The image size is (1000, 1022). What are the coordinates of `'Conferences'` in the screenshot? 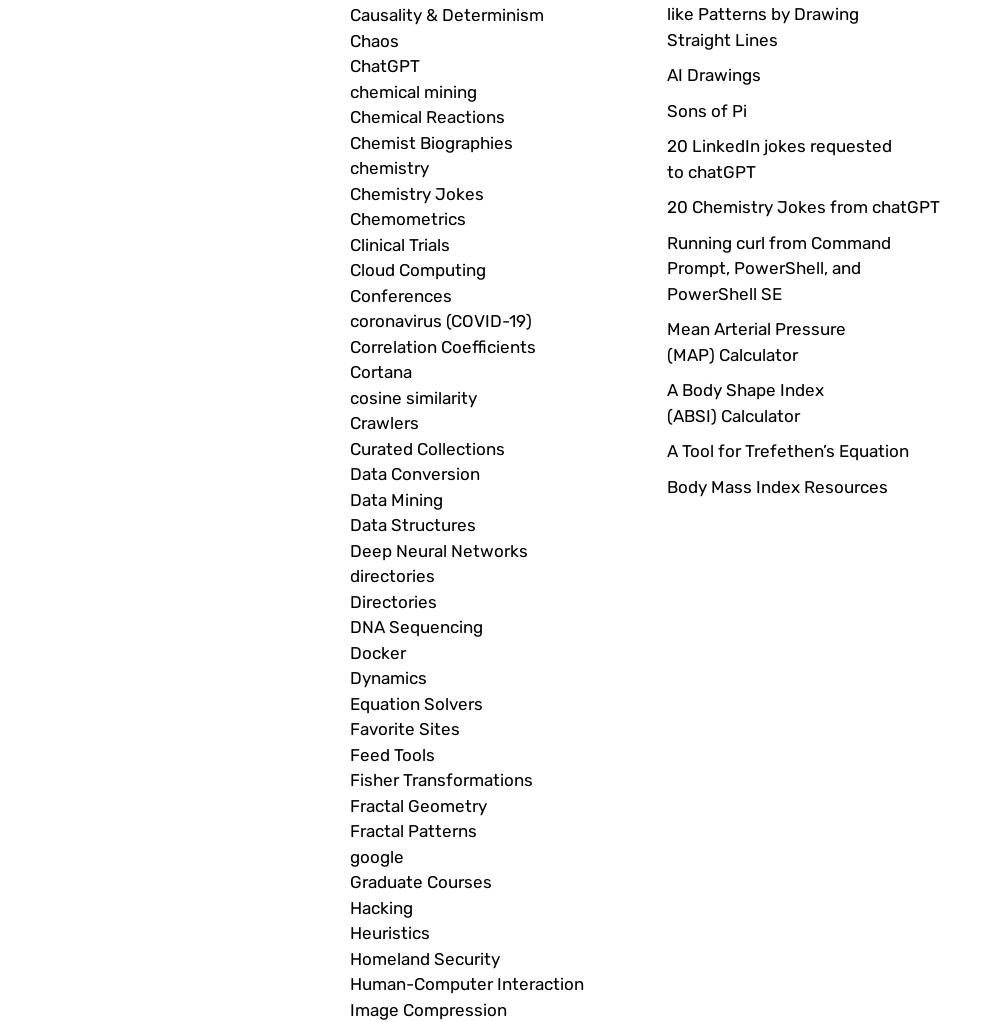 It's located at (401, 293).